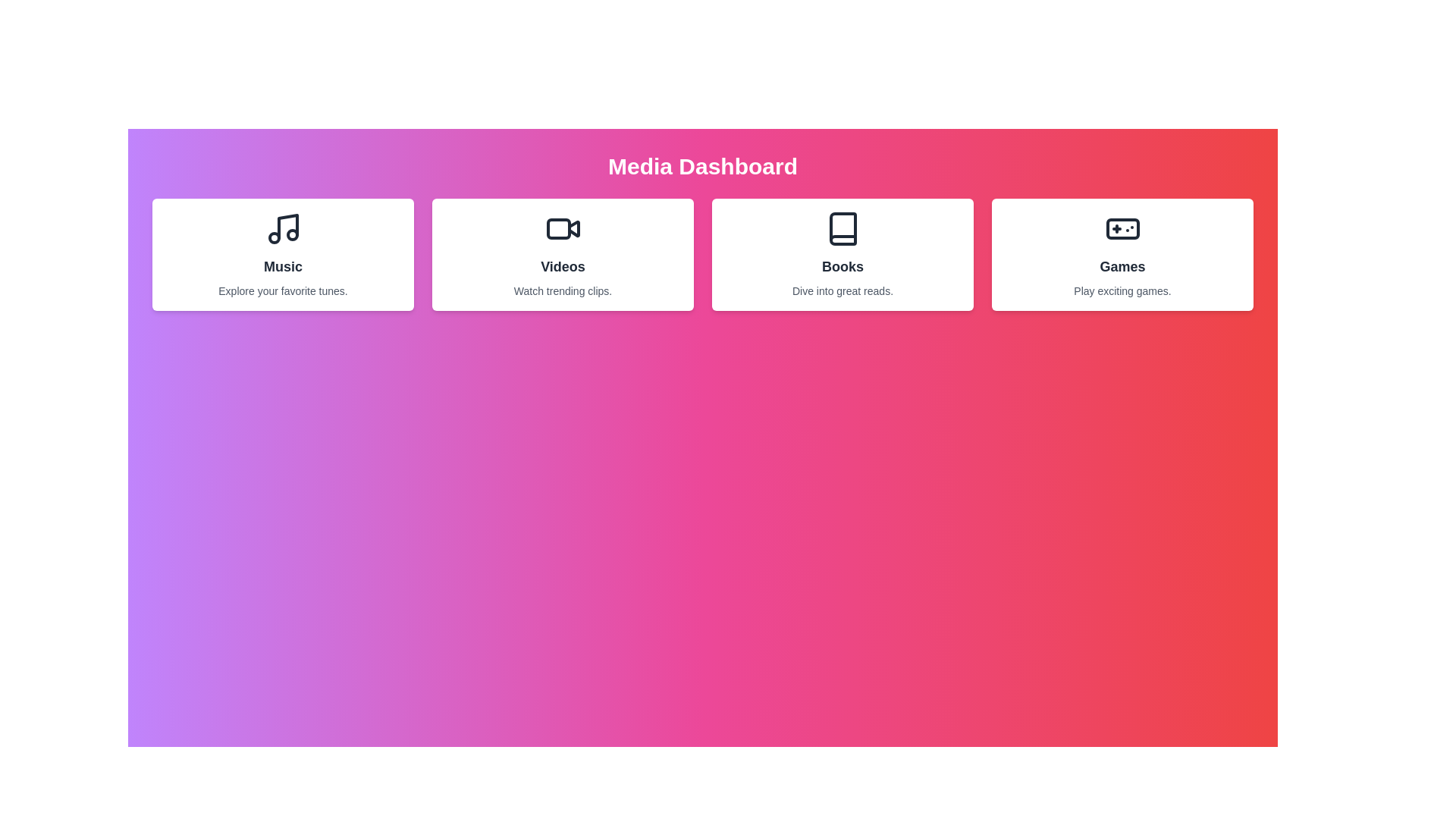 The height and width of the screenshot is (819, 1456). What do you see at coordinates (842, 253) in the screenshot?
I see `the 'Books' card` at bounding box center [842, 253].